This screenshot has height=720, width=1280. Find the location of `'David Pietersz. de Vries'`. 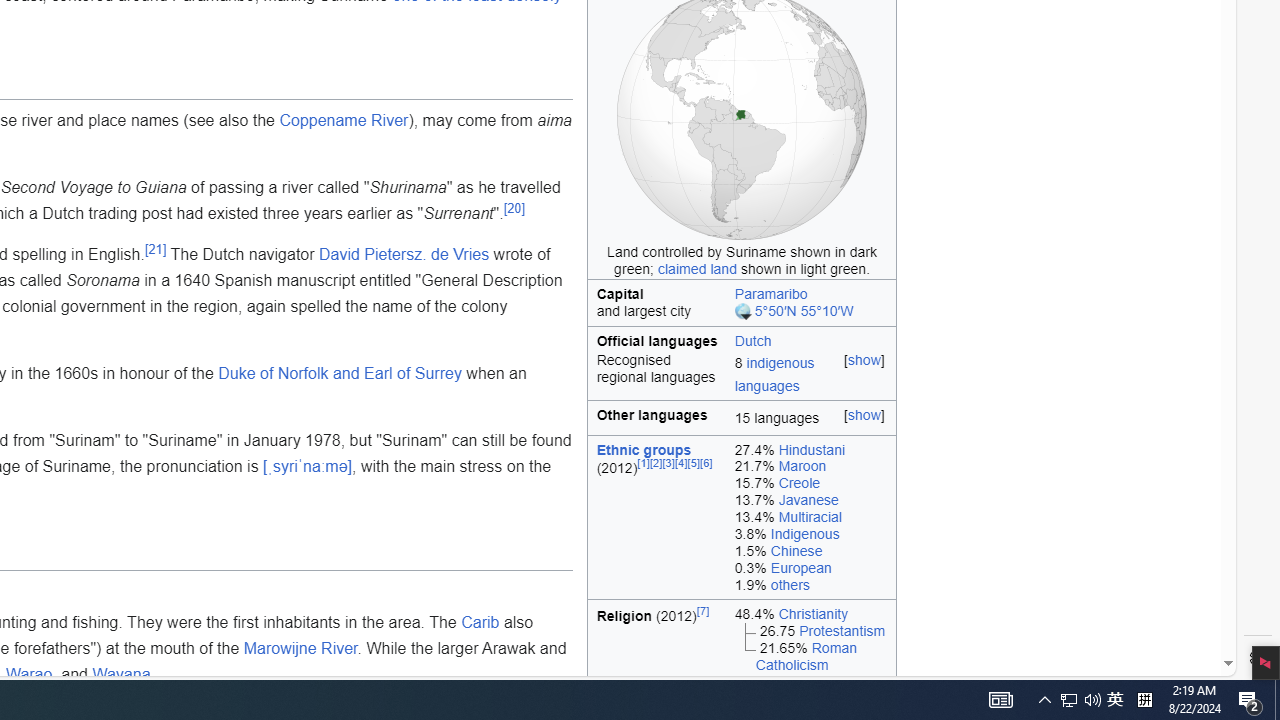

'David Pietersz. de Vries' is located at coordinates (403, 254).